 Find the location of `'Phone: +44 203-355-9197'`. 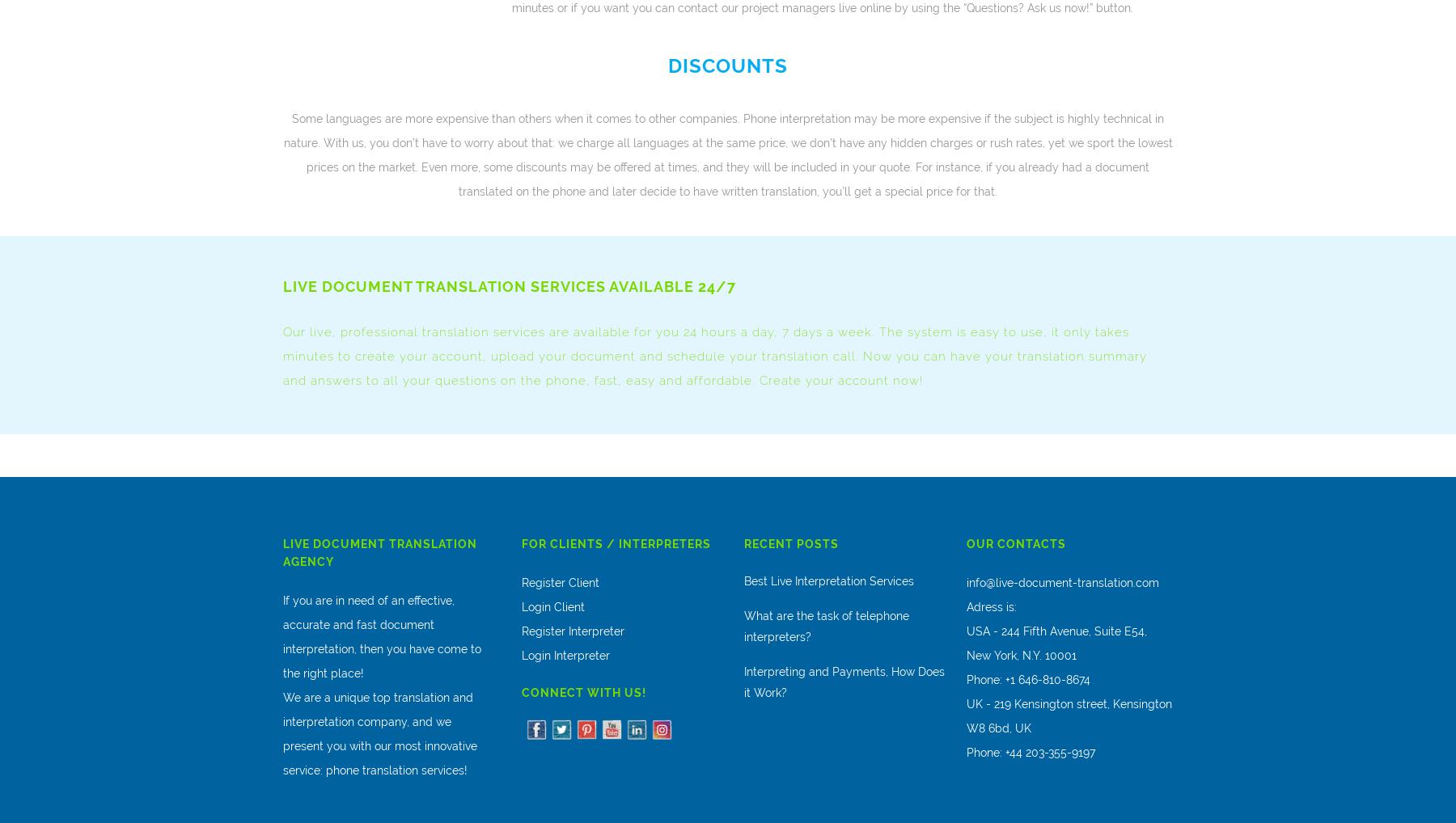

'Phone: +44 203-355-9197' is located at coordinates (1031, 751).